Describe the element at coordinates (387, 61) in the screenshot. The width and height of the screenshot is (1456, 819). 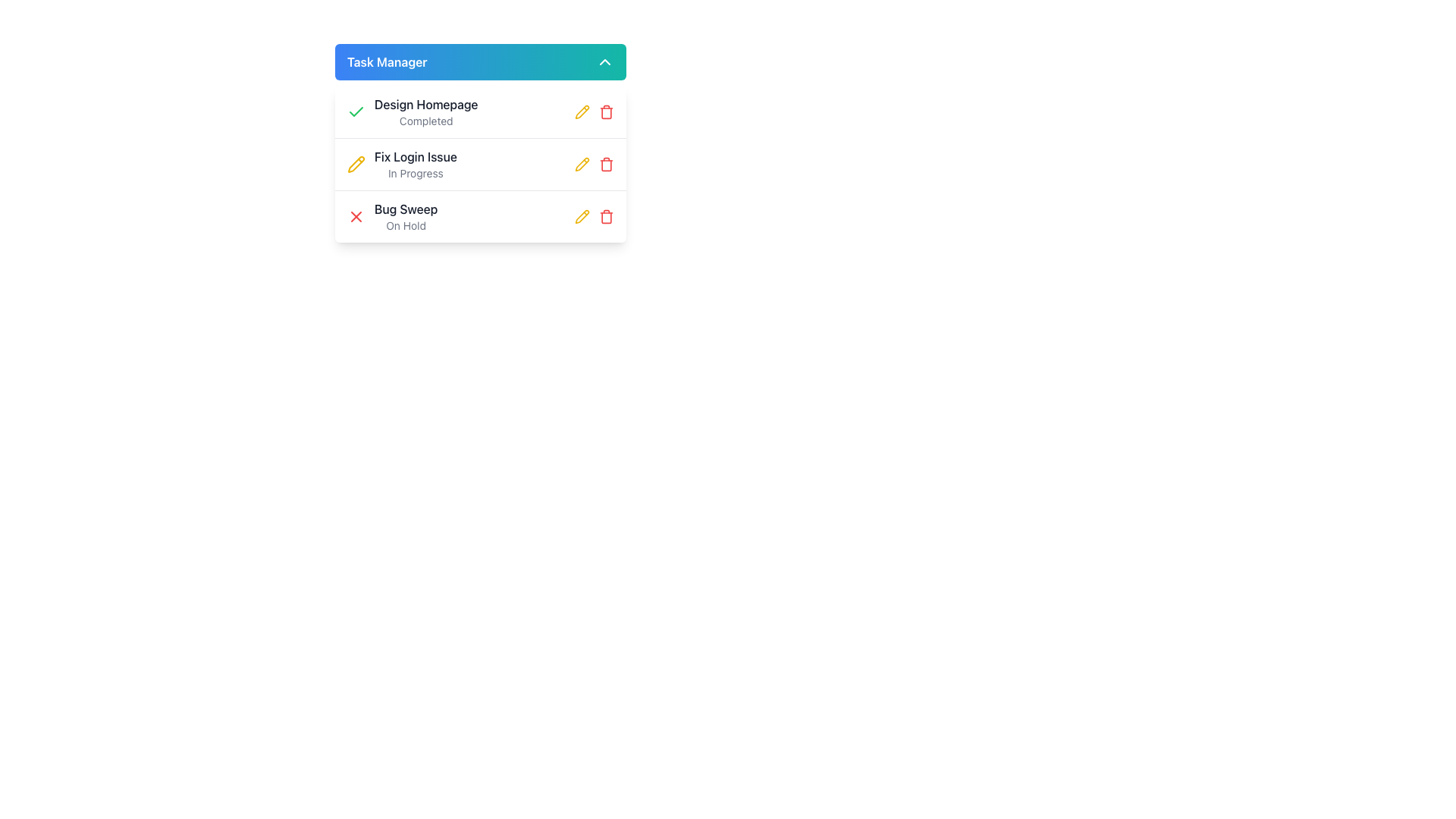
I see `title or heading text located at the top left corner of the interface, adjacent to a chevron icon on its right` at that location.